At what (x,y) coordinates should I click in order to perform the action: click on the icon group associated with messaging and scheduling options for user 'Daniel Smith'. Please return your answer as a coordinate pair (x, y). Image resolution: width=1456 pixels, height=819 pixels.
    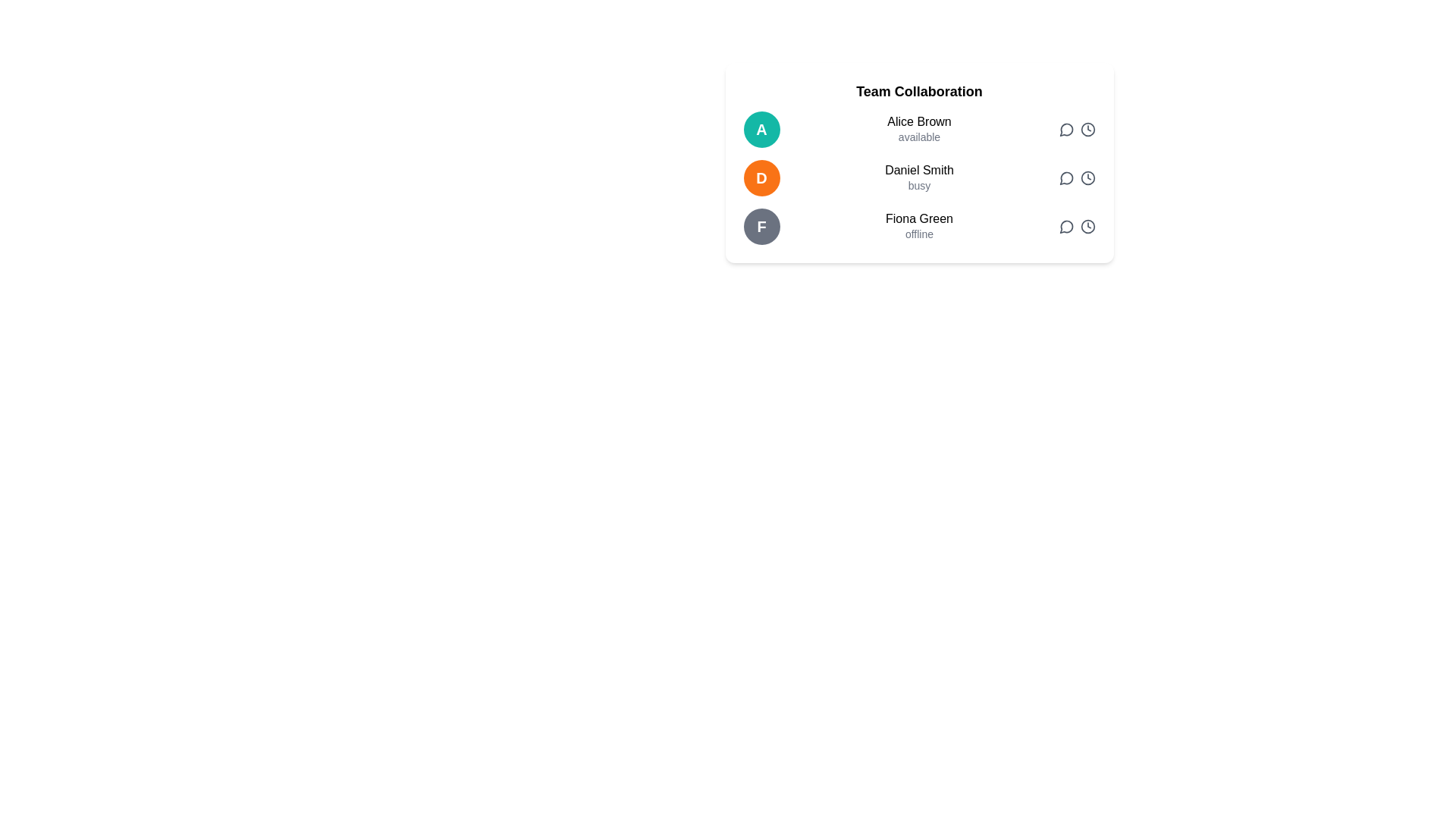
    Looking at the image, I should click on (1076, 177).